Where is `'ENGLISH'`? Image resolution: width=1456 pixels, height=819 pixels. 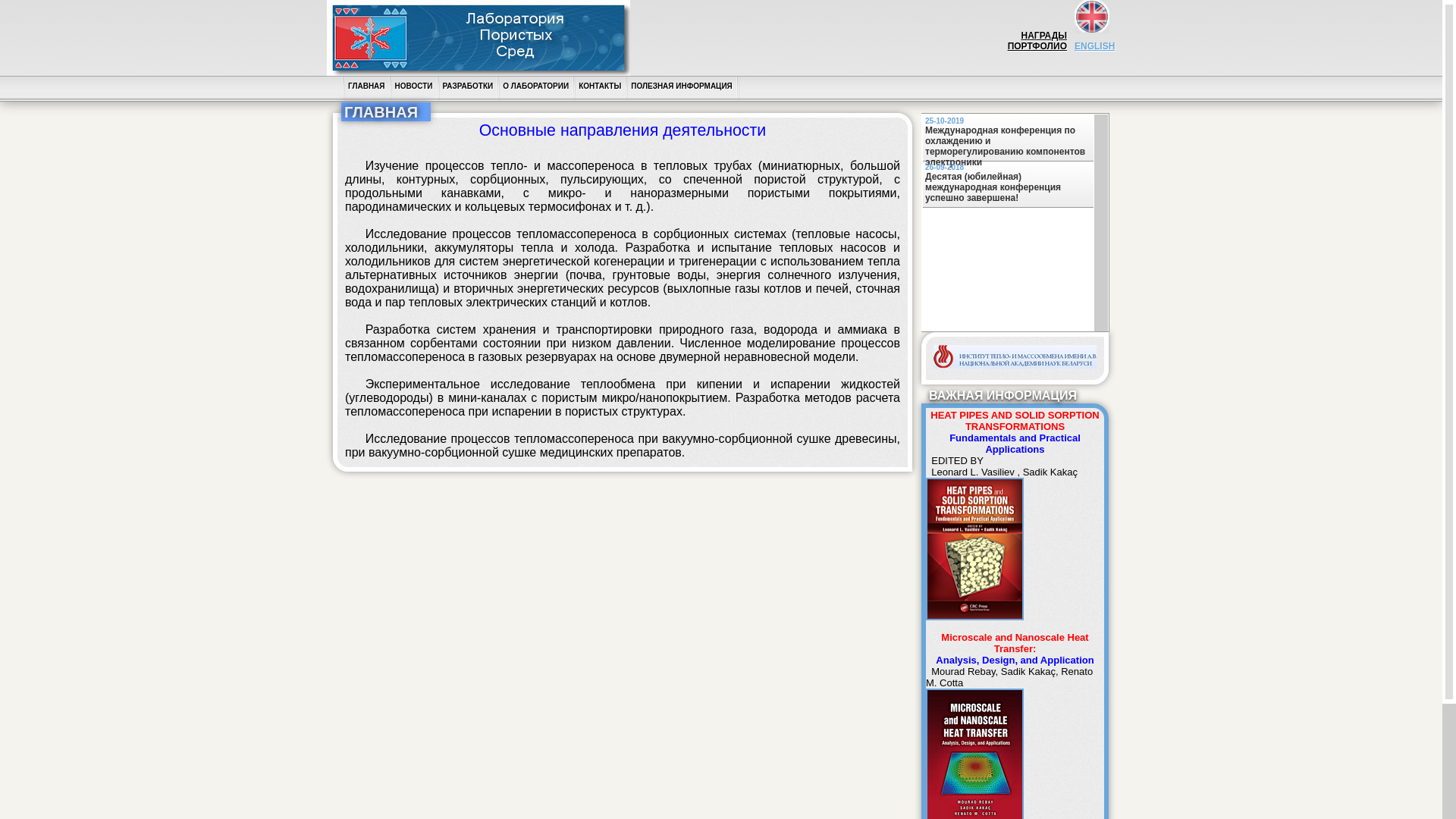
'ENGLISH' is located at coordinates (1094, 51).